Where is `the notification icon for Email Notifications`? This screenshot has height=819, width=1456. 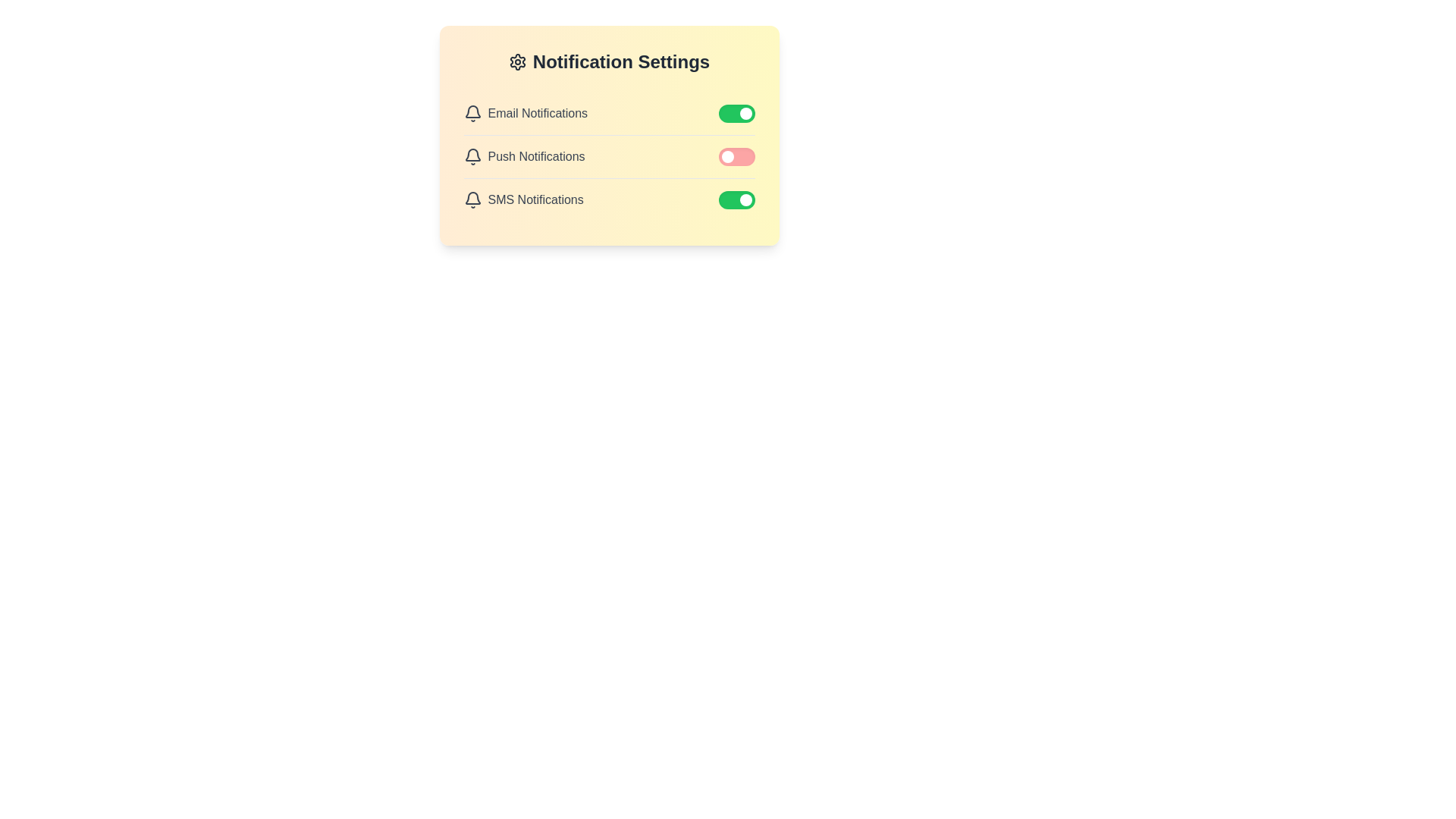
the notification icon for Email Notifications is located at coordinates (472, 113).